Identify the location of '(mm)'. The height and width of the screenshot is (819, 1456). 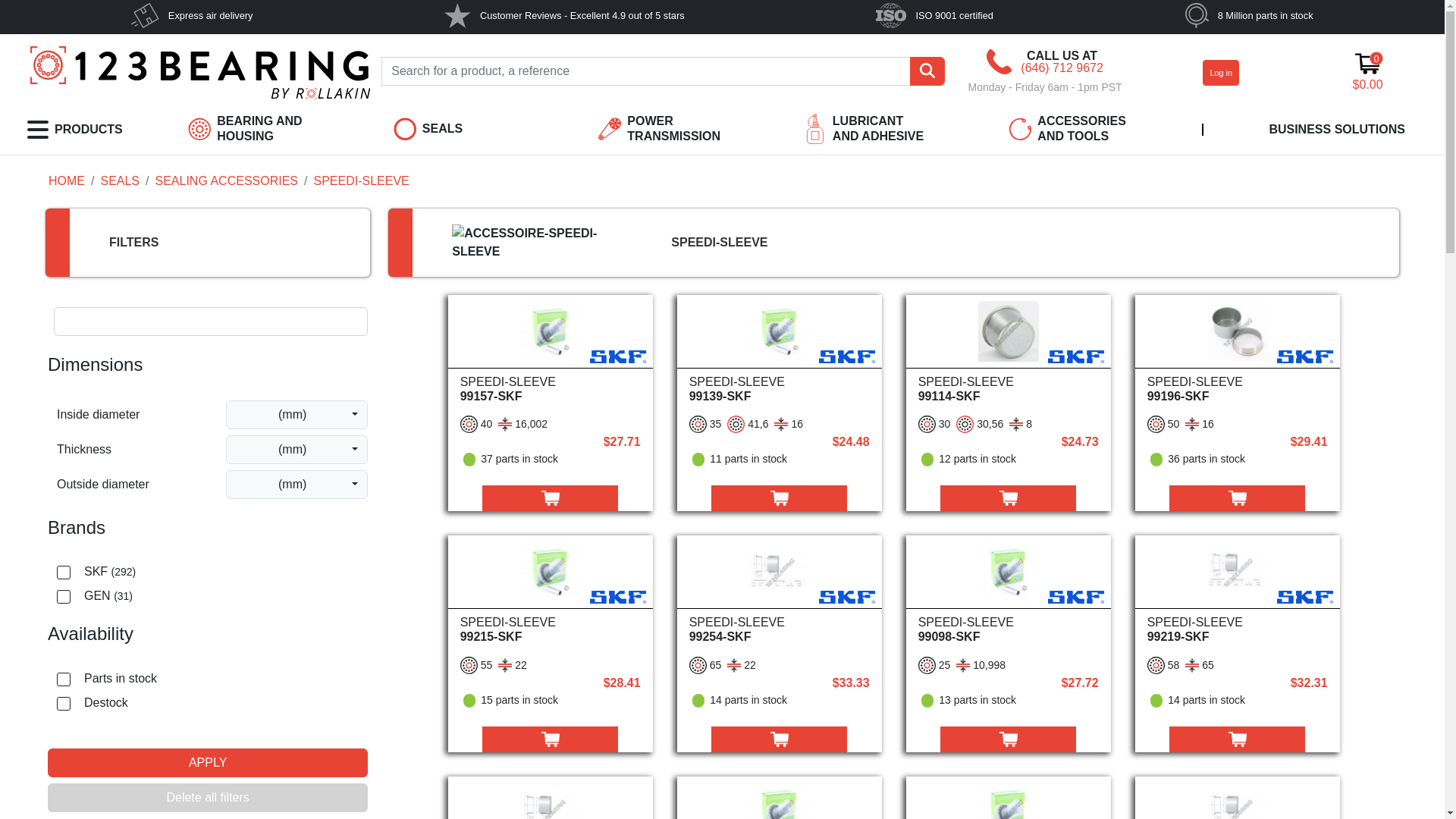
(297, 415).